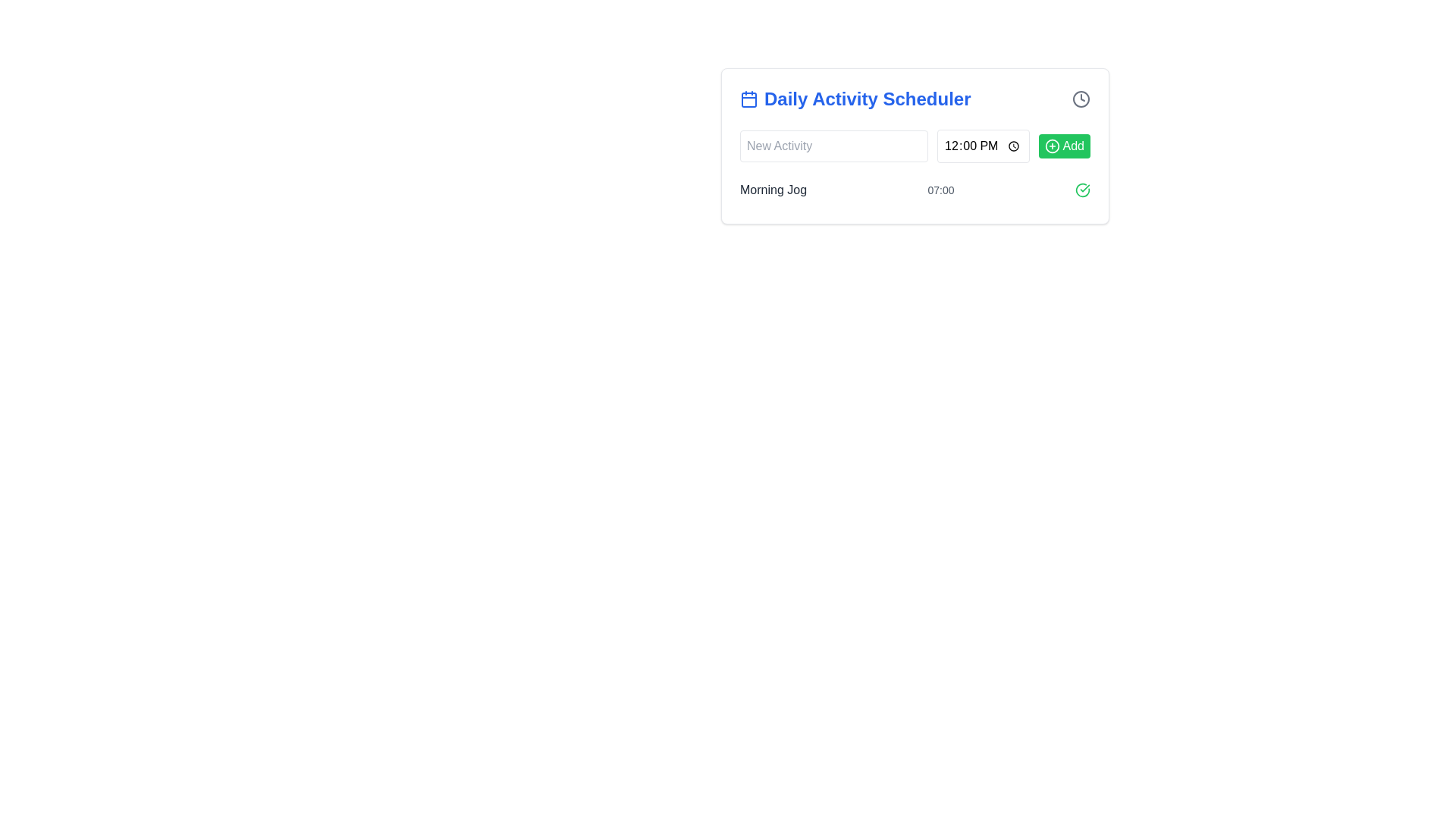 This screenshot has width=1456, height=819. I want to click on the circular SVG icon displaying a plus sign inside a green button labeled 'Add' located on the right-hand side of the interface next to the time input field, so click(1051, 146).